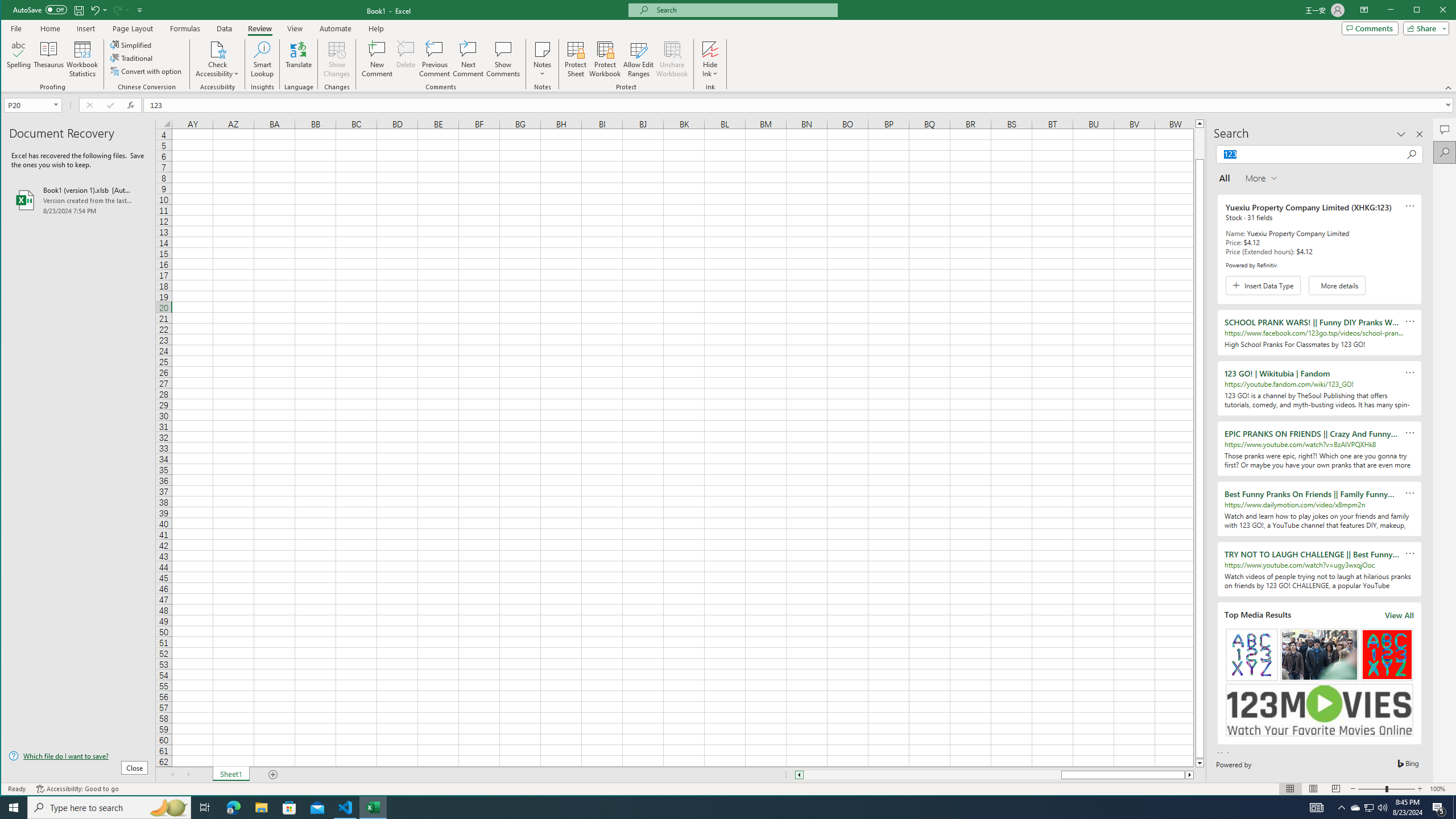 This screenshot has width=1456, height=819. I want to click on 'File Explorer', so click(260, 806).